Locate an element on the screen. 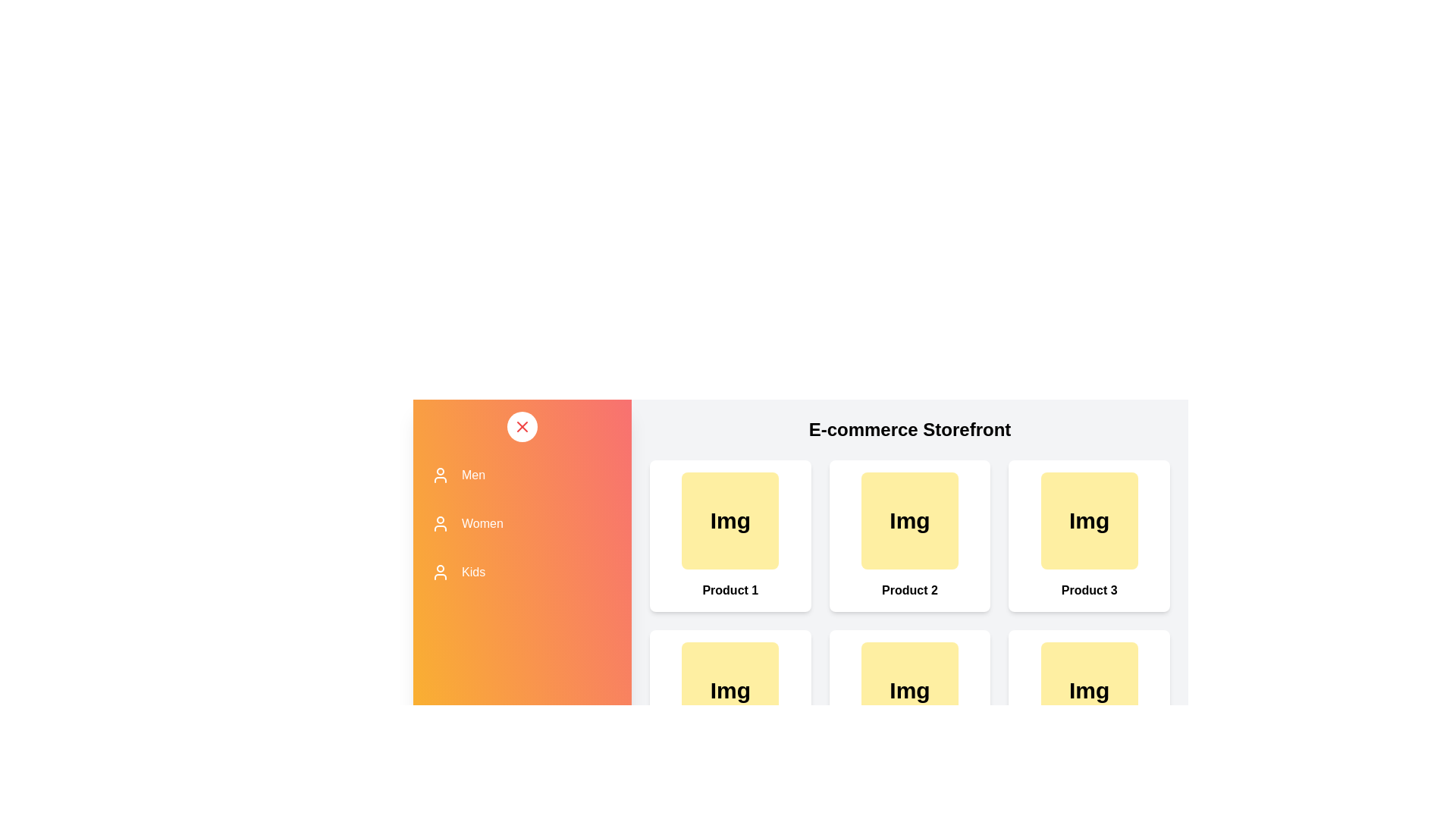 The height and width of the screenshot is (819, 1456). toggle button to toggle the drawer open or closed is located at coordinates (522, 427).